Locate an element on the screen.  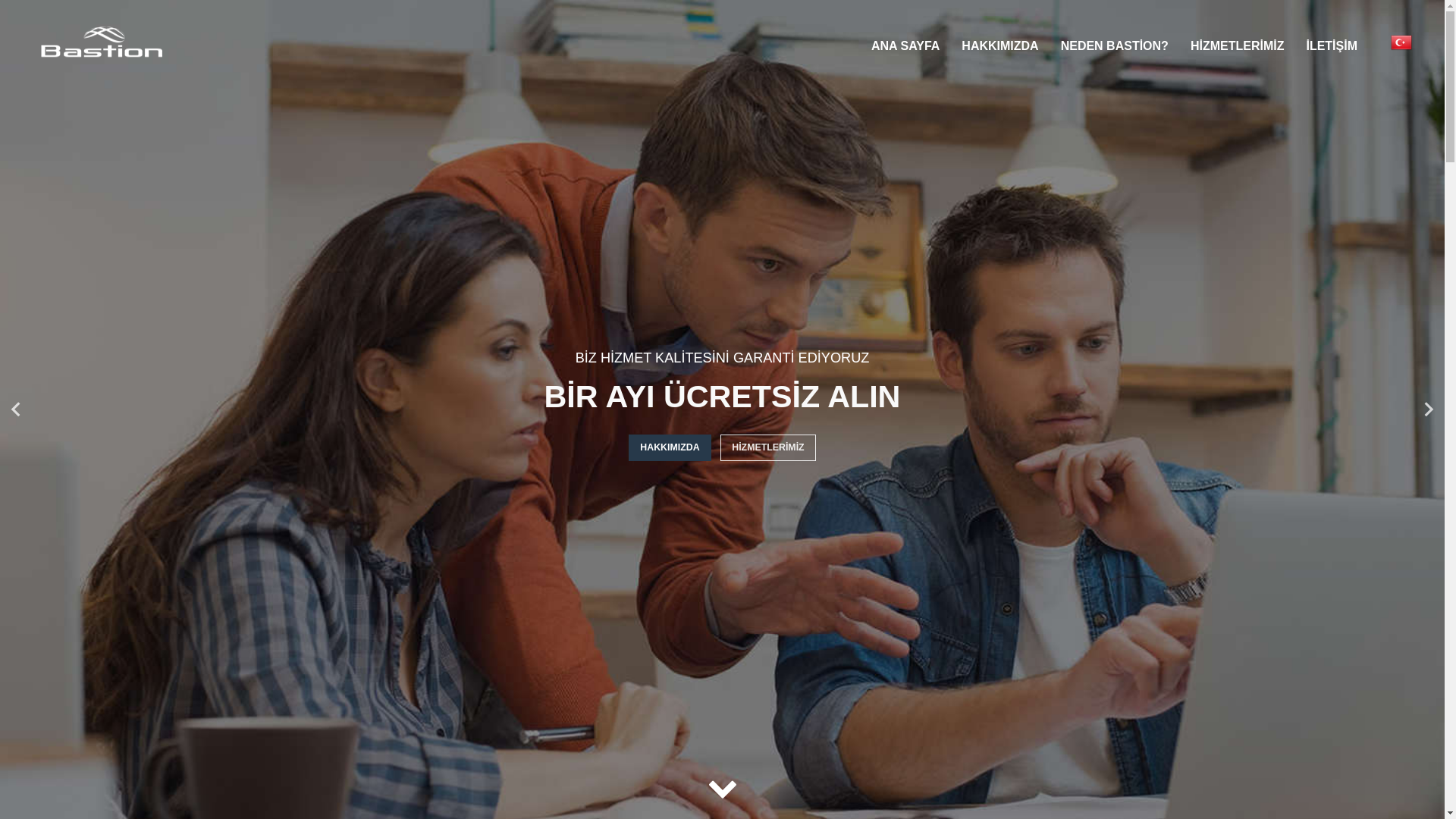
'HAKKIMIZDA' is located at coordinates (999, 45).